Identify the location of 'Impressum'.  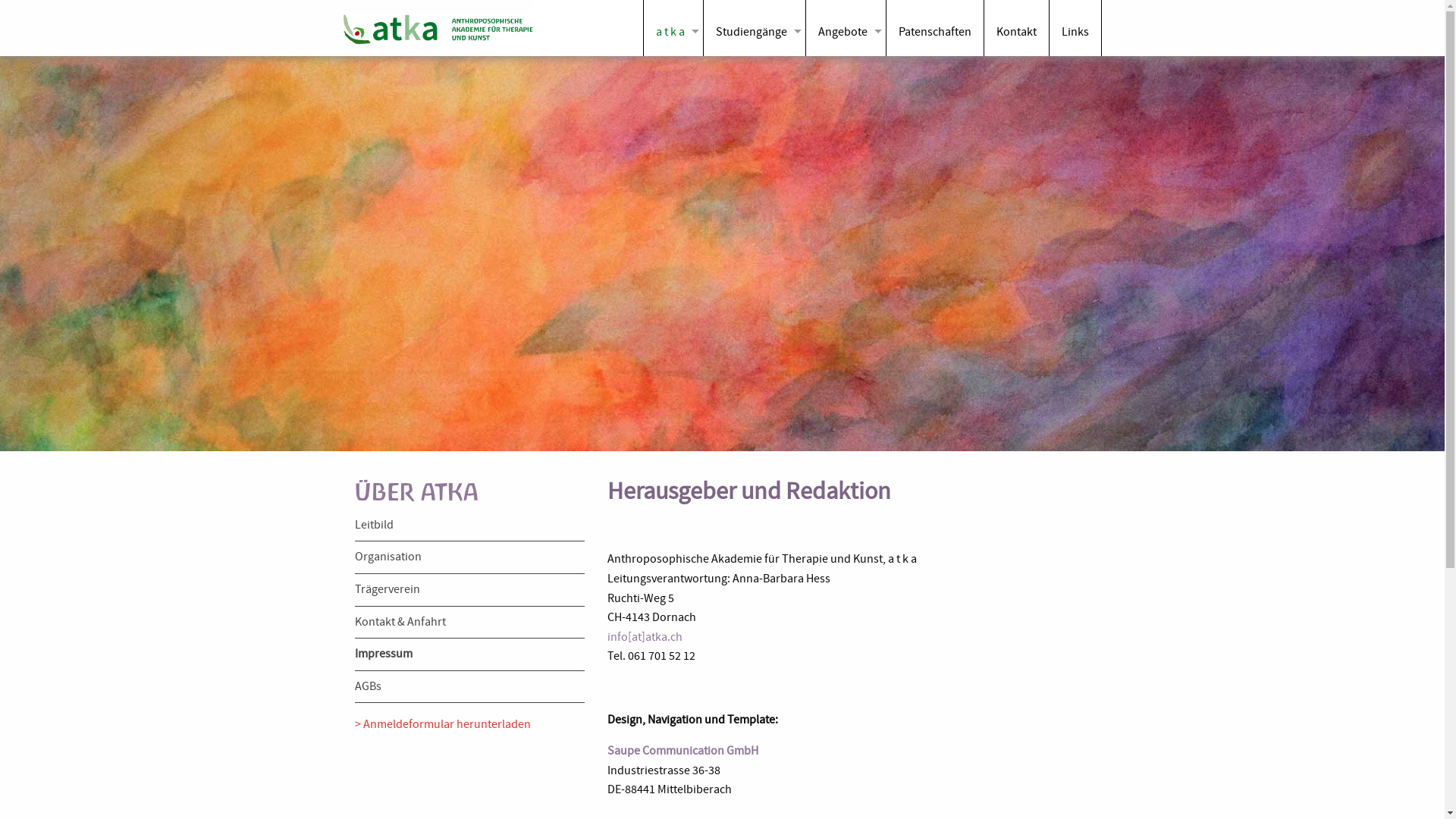
(383, 652).